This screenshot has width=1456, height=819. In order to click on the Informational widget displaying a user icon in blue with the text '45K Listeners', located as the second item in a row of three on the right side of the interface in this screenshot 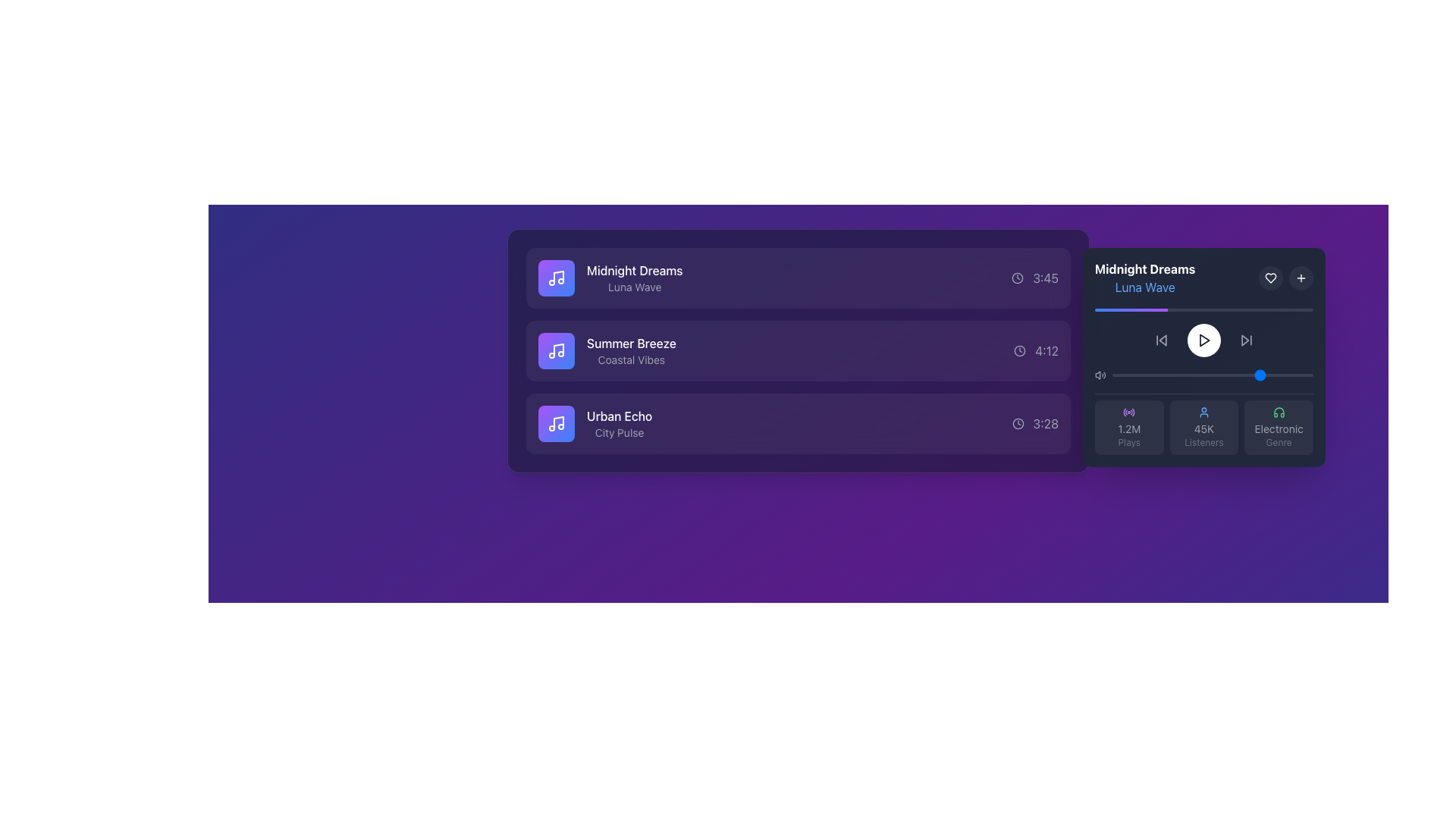, I will do `click(1203, 427)`.